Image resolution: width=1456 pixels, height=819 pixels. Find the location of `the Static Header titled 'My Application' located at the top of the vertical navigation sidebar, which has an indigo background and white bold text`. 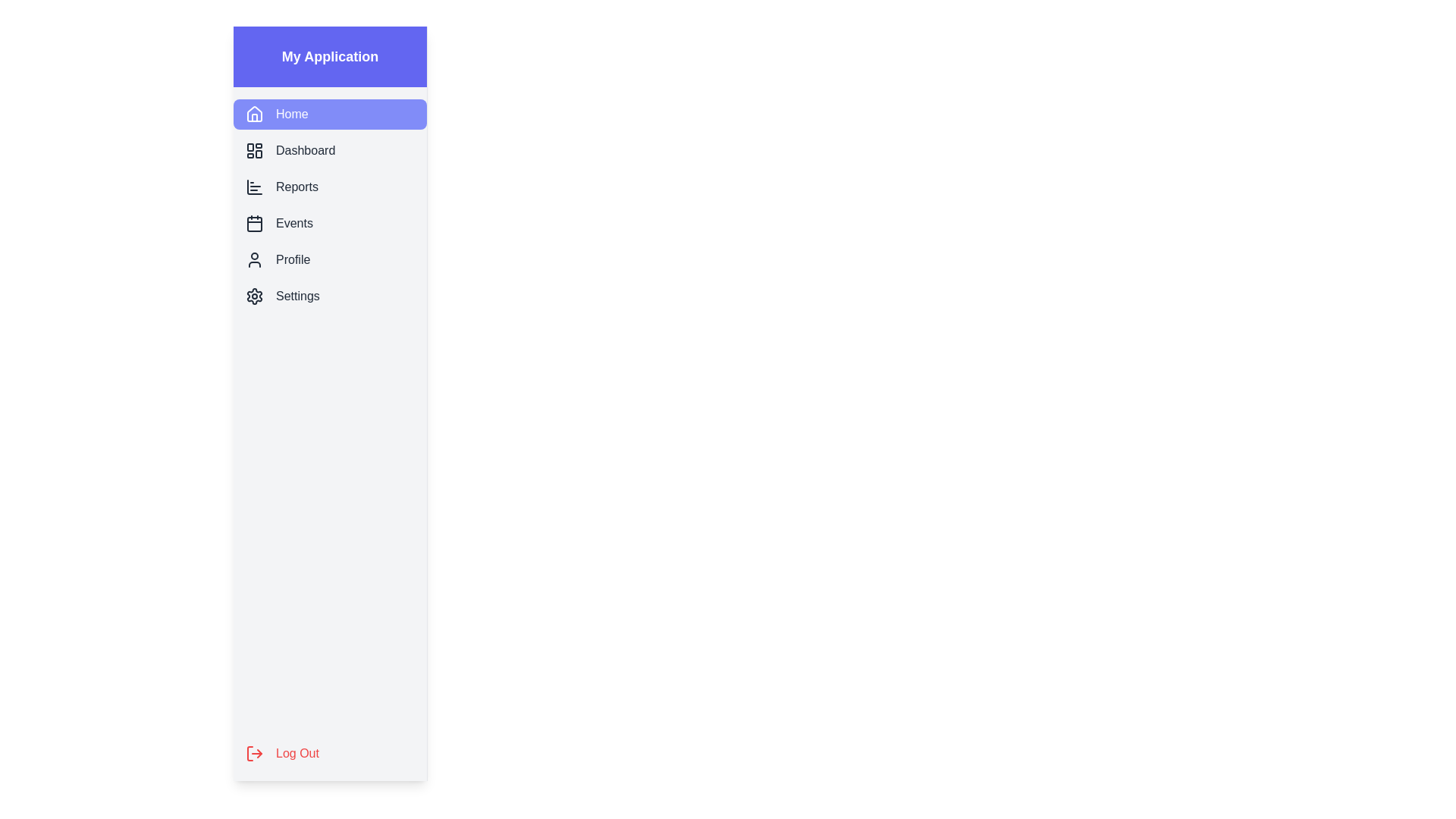

the Static Header titled 'My Application' located at the top of the vertical navigation sidebar, which has an indigo background and white bold text is located at coordinates (329, 55).